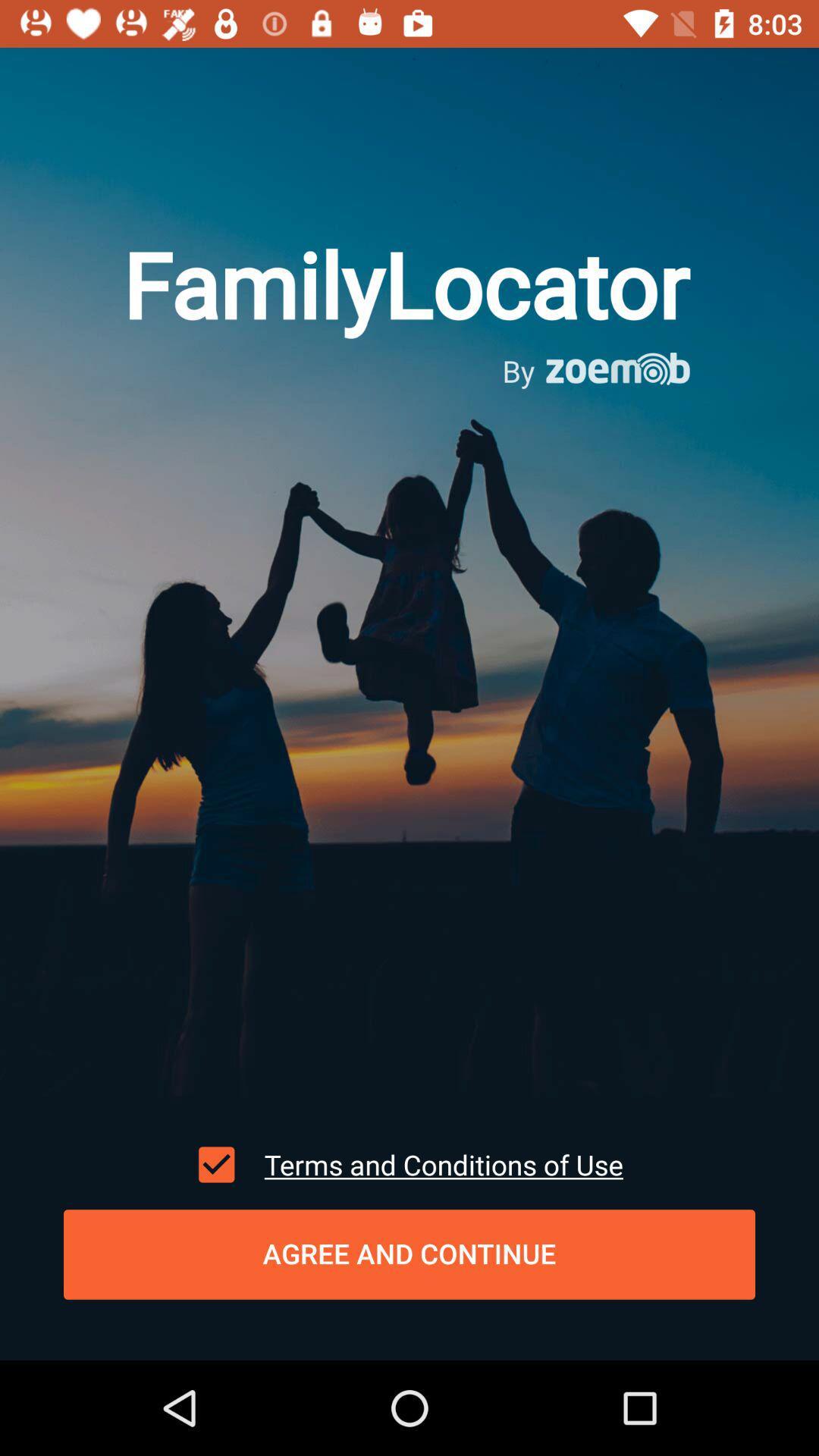  I want to click on item to the left of the terms and conditions icon, so click(216, 1164).